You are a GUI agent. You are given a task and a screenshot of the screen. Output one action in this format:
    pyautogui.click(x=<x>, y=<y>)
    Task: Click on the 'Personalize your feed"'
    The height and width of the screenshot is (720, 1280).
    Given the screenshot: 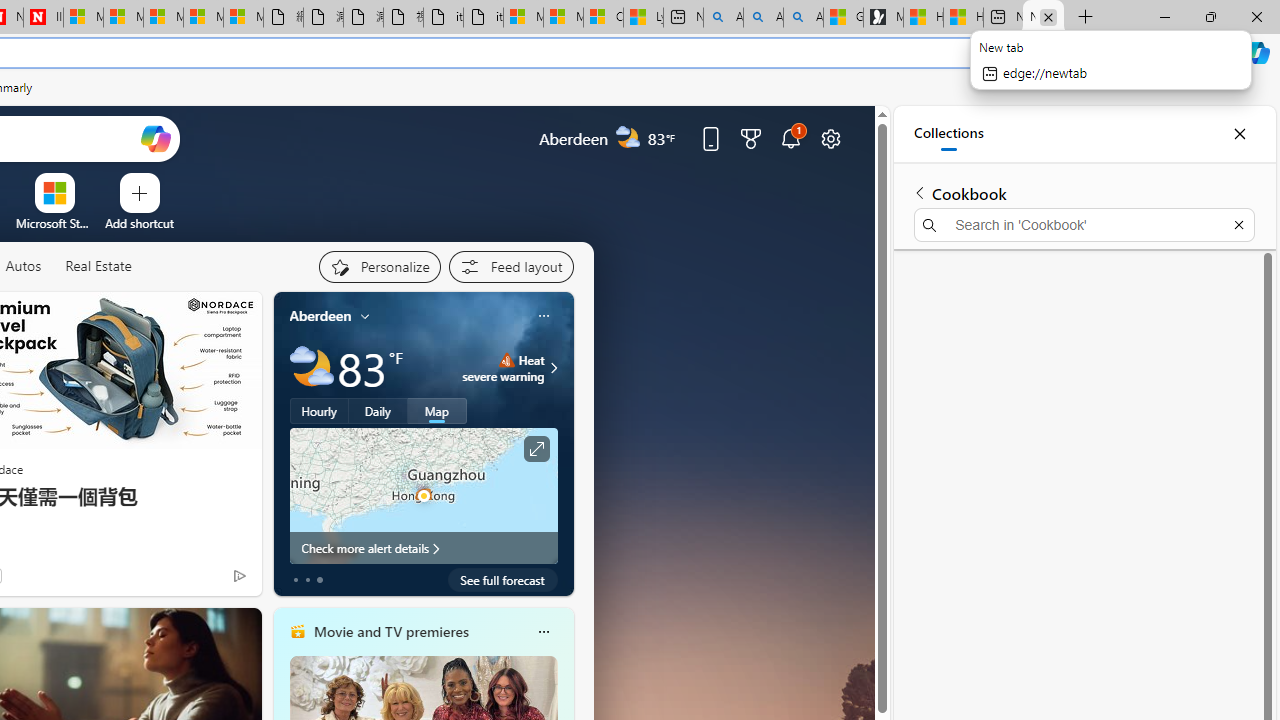 What is the action you would take?
    pyautogui.click(x=379, y=266)
    